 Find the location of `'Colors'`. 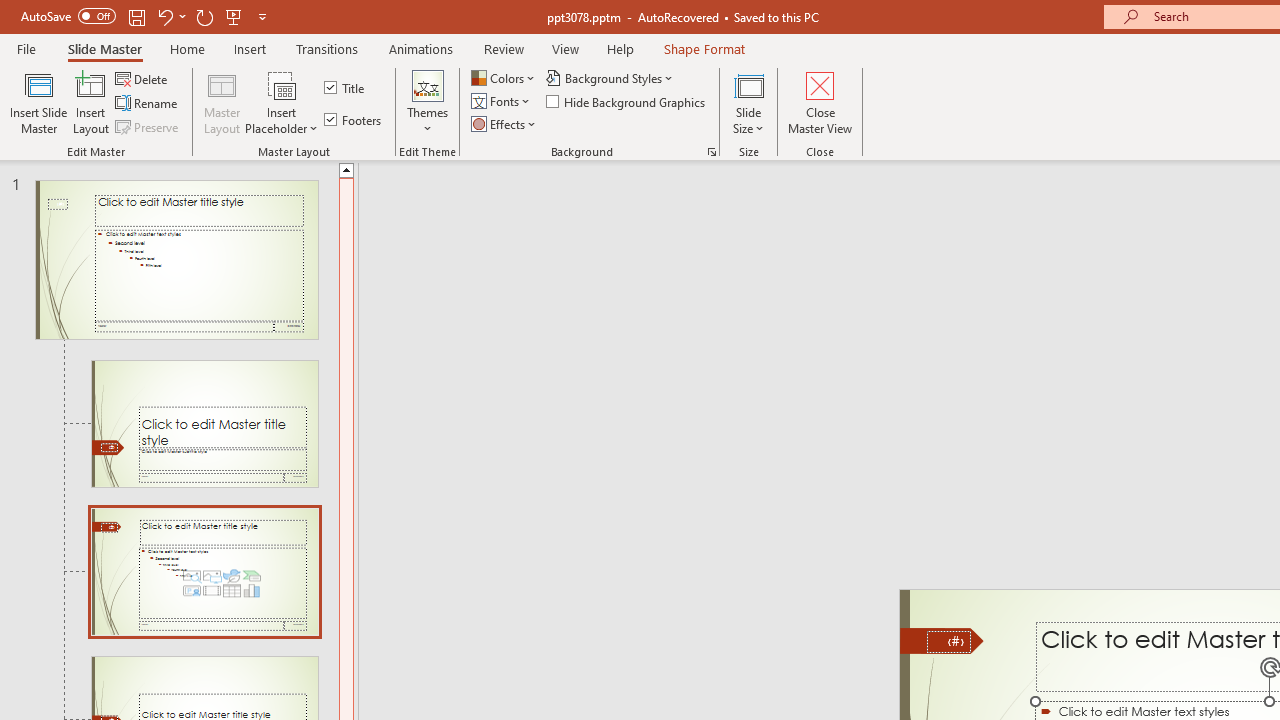

'Colors' is located at coordinates (504, 77).